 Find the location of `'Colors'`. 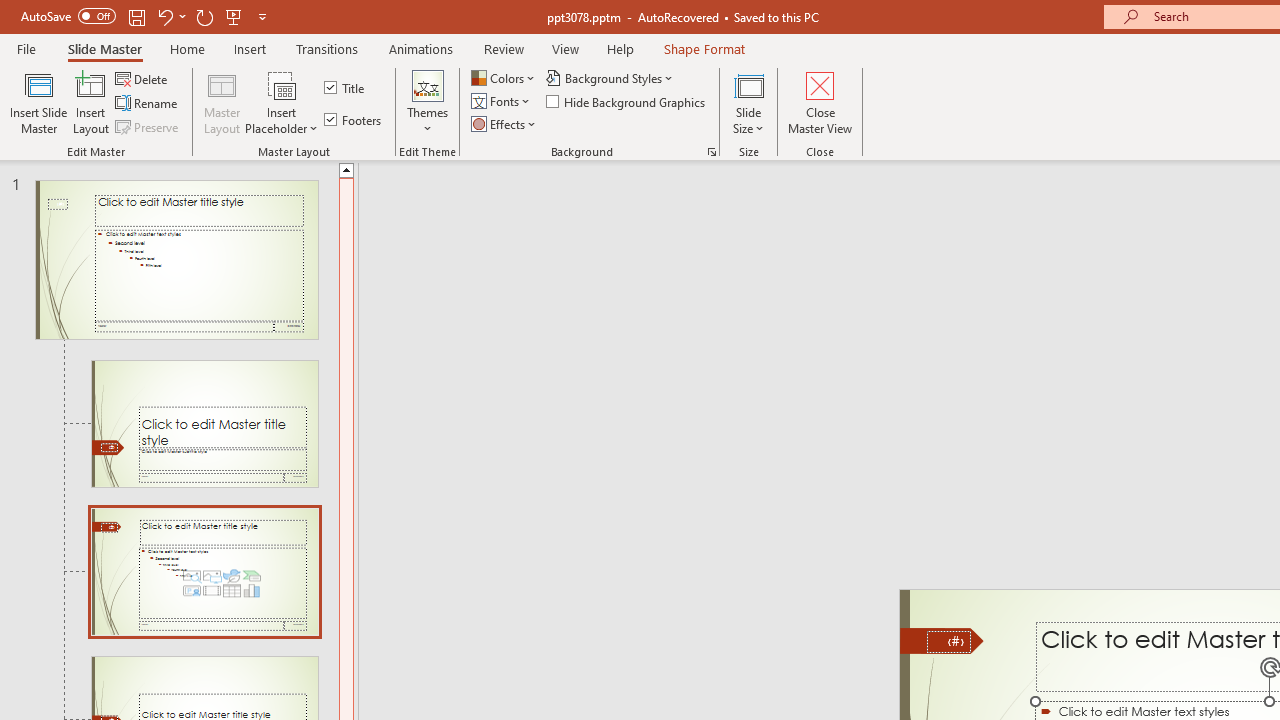

'Colors' is located at coordinates (504, 77).